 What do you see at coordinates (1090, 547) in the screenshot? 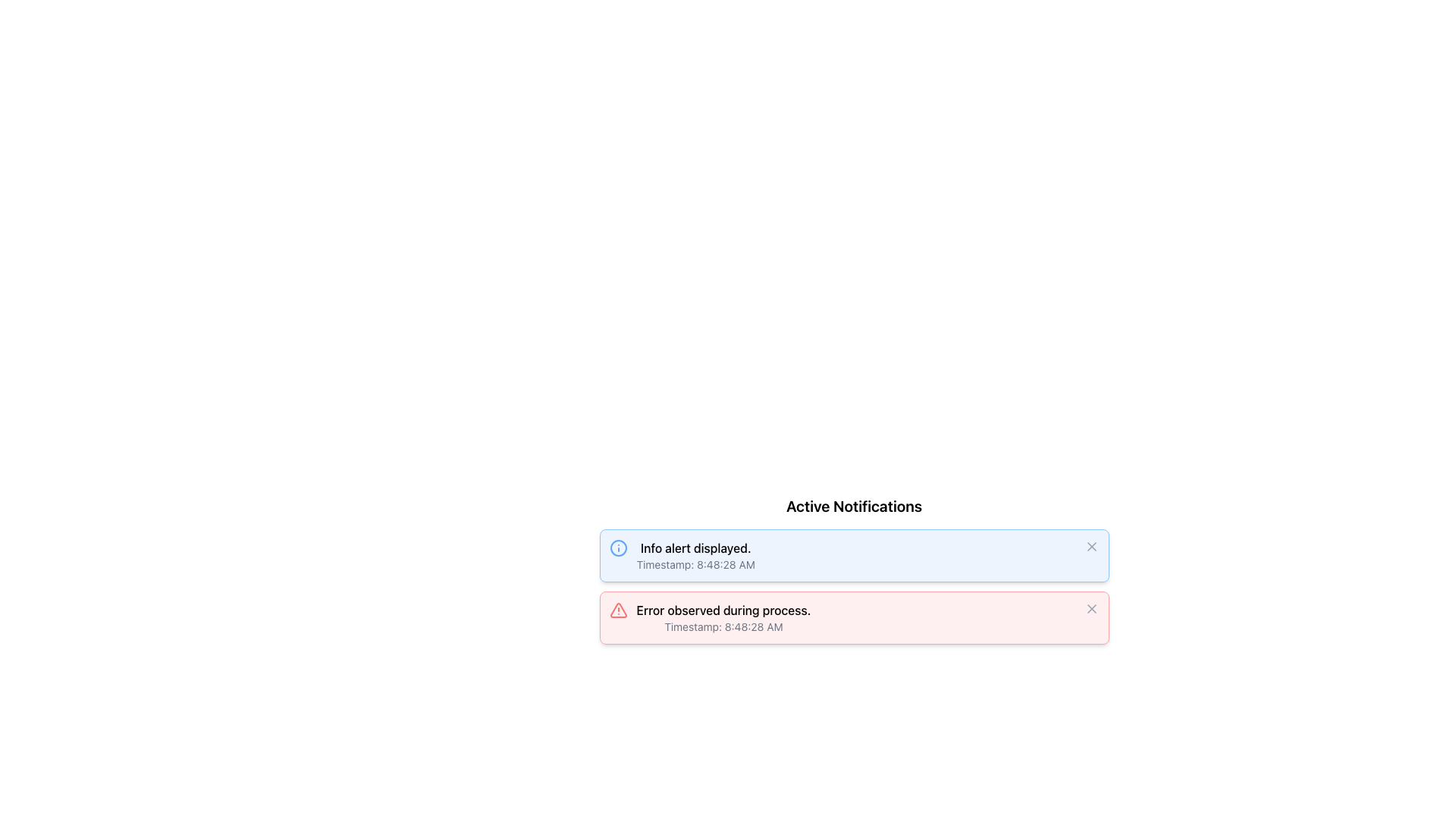
I see `the 'X' shaped icon in the top-right corner of the info alert notification box` at bounding box center [1090, 547].